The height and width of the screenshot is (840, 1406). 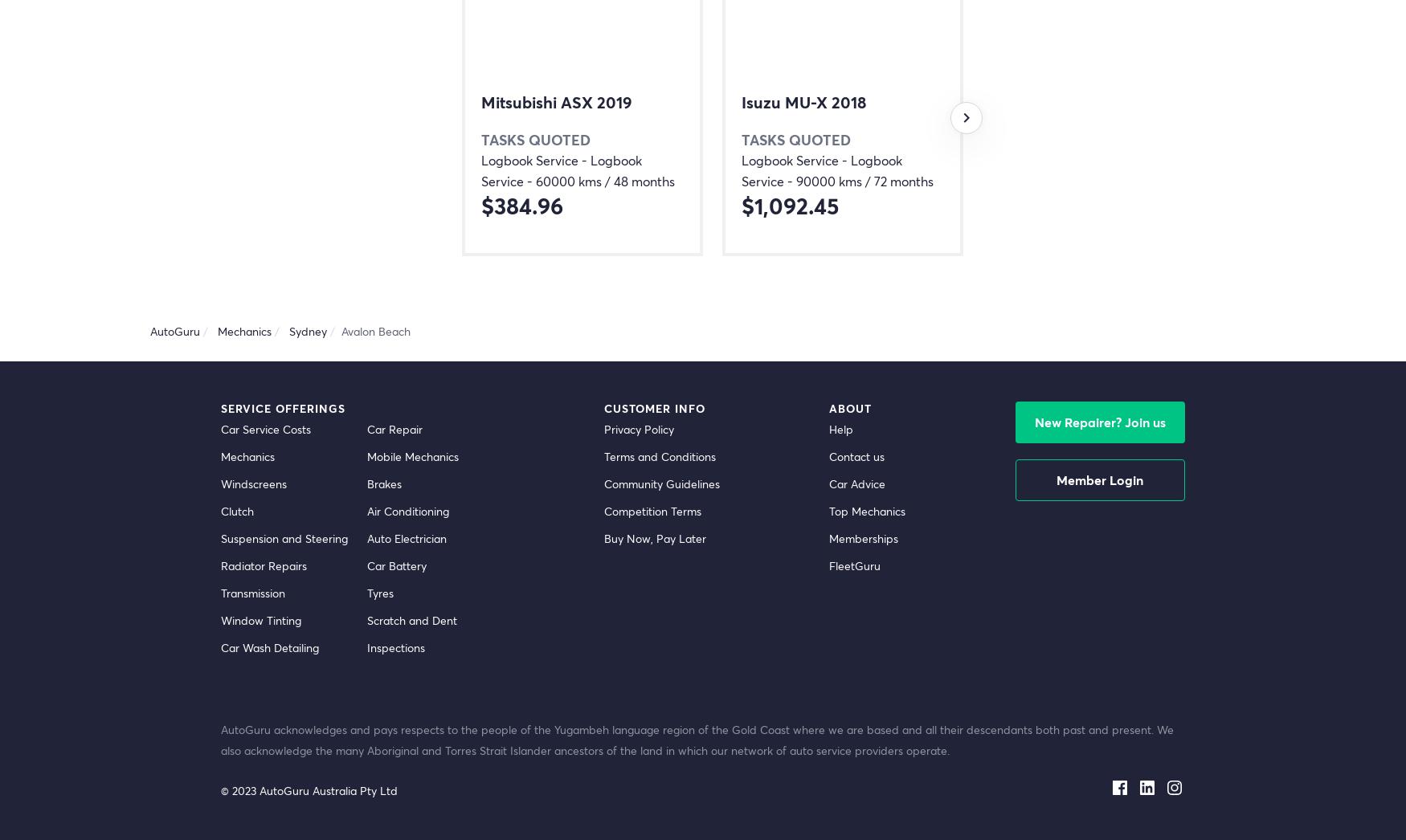 What do you see at coordinates (254, 483) in the screenshot?
I see `'Windscreens'` at bounding box center [254, 483].